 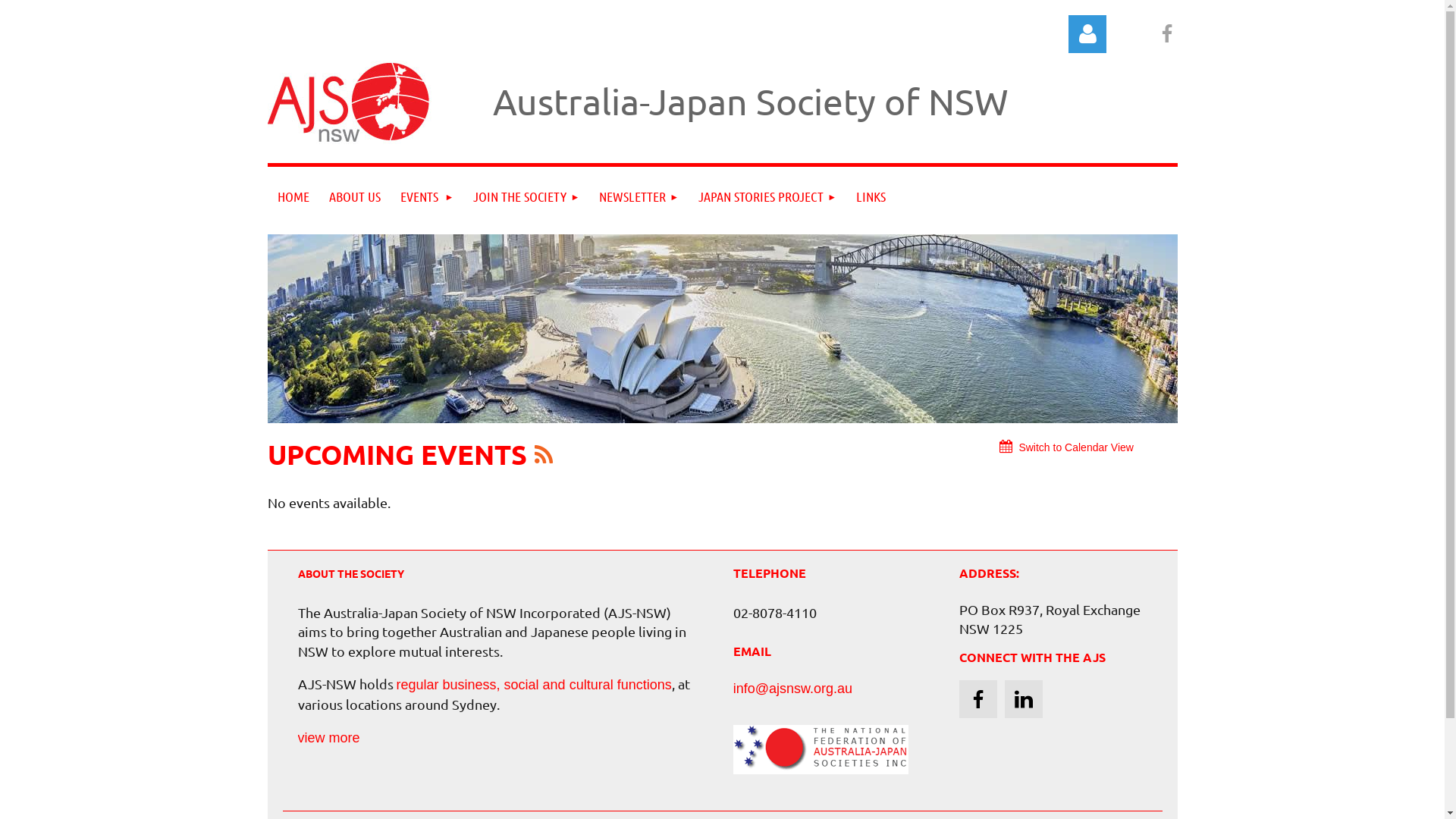 I want to click on 'Log in', so click(x=1087, y=34).